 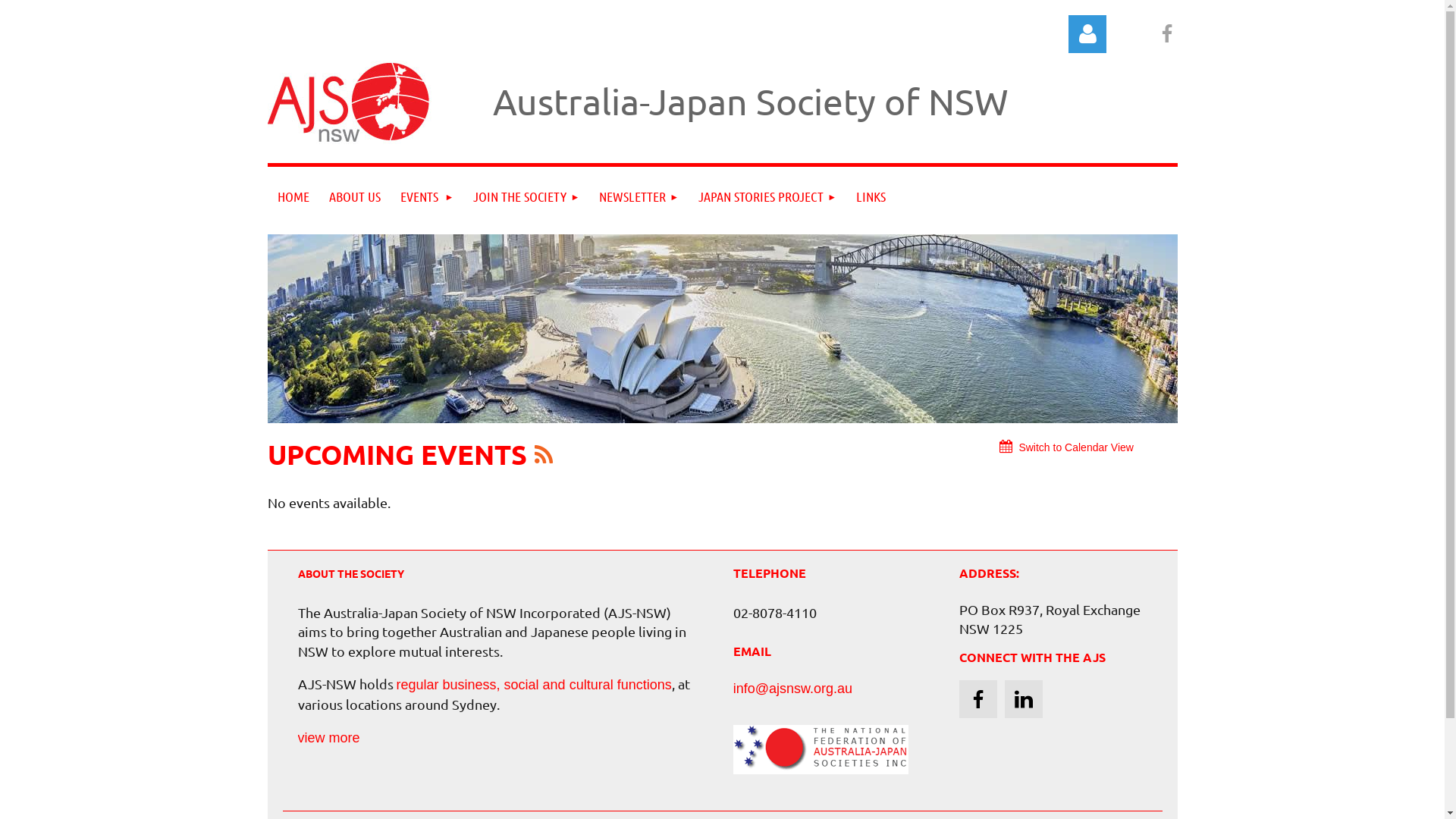 I want to click on 'Log in', so click(x=1087, y=34).